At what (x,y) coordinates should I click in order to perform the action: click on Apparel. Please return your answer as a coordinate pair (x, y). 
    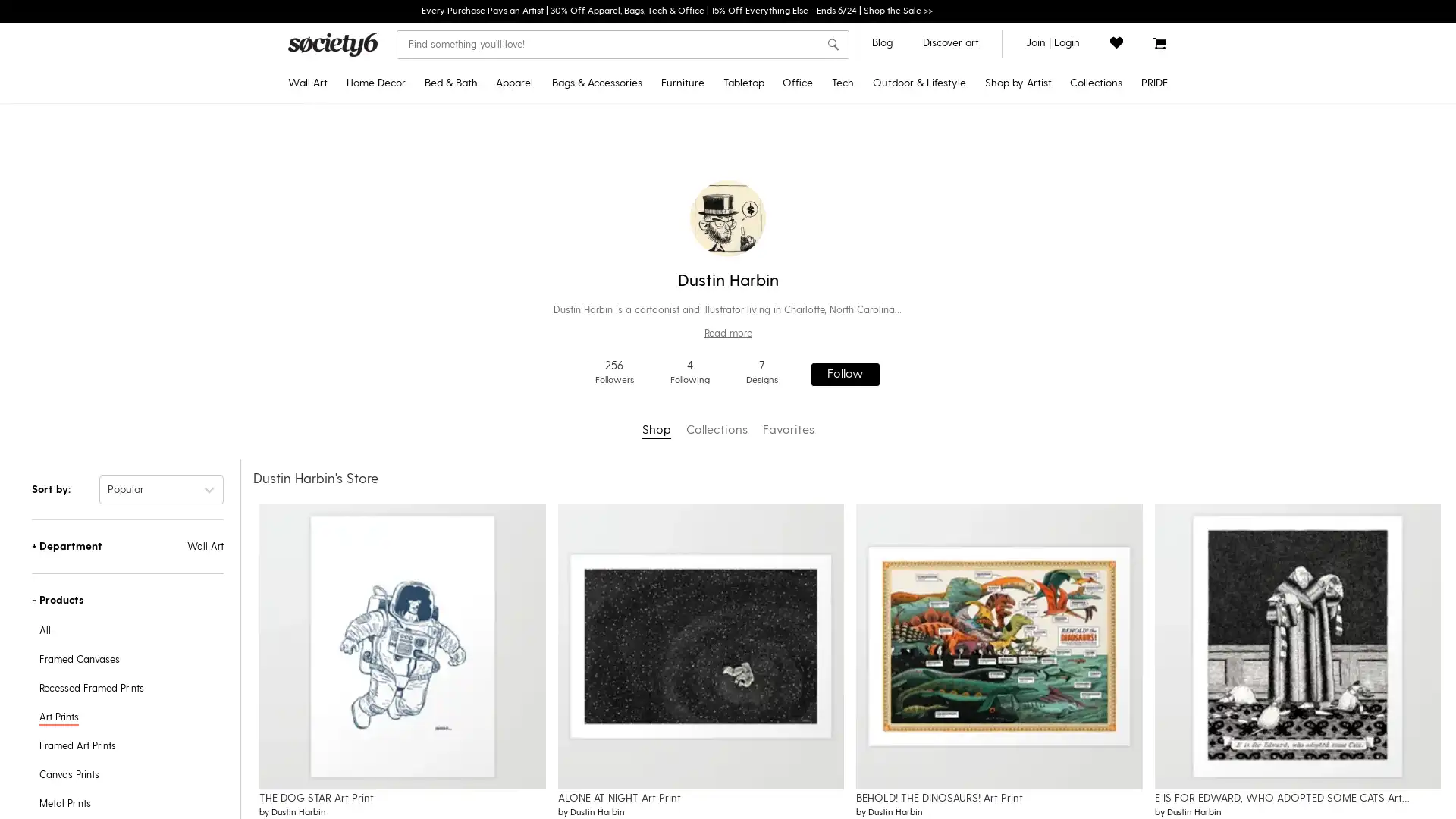
    Looking at the image, I should click on (514, 83).